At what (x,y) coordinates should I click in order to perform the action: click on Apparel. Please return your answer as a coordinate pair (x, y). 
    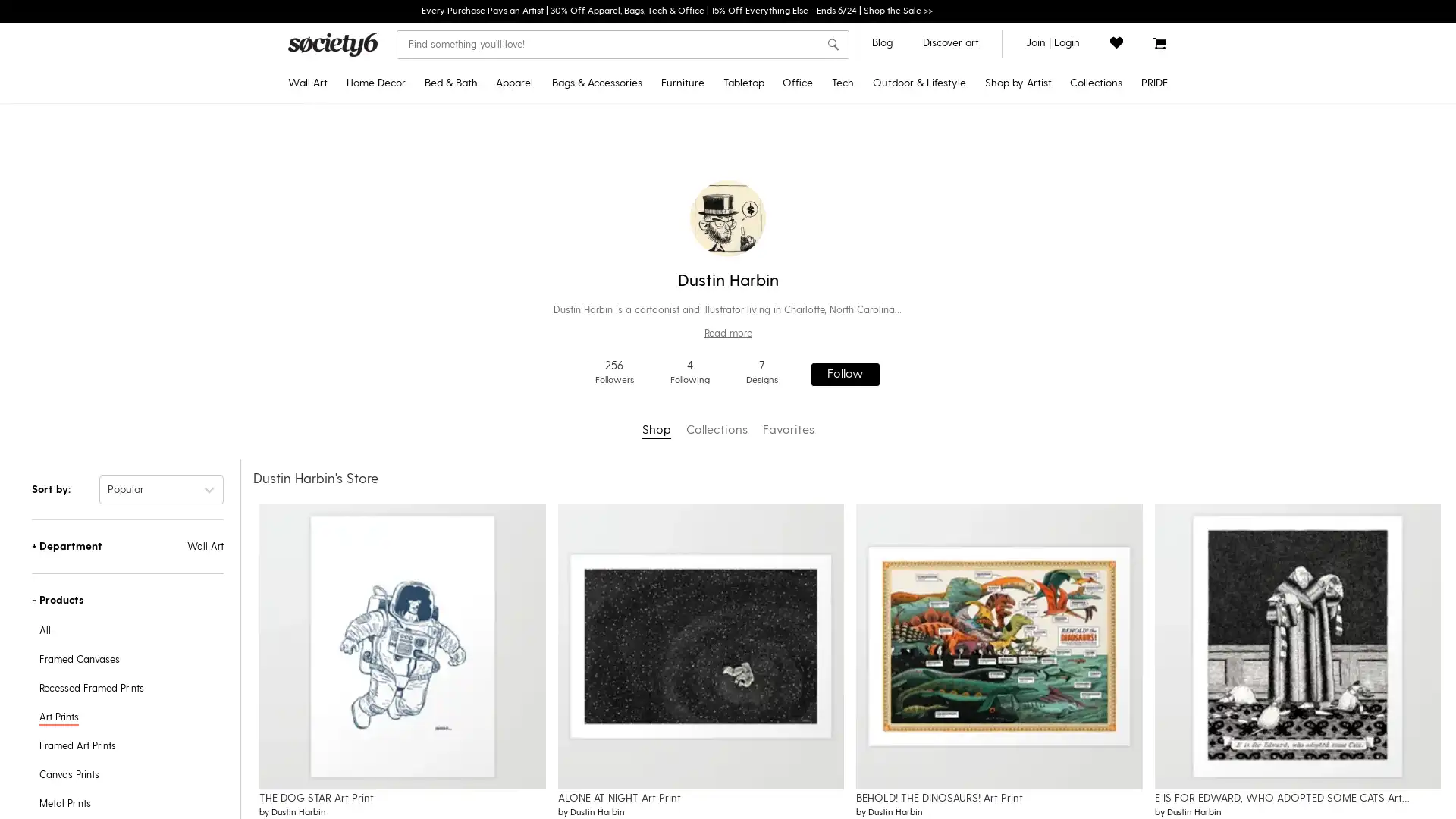
    Looking at the image, I should click on (514, 83).